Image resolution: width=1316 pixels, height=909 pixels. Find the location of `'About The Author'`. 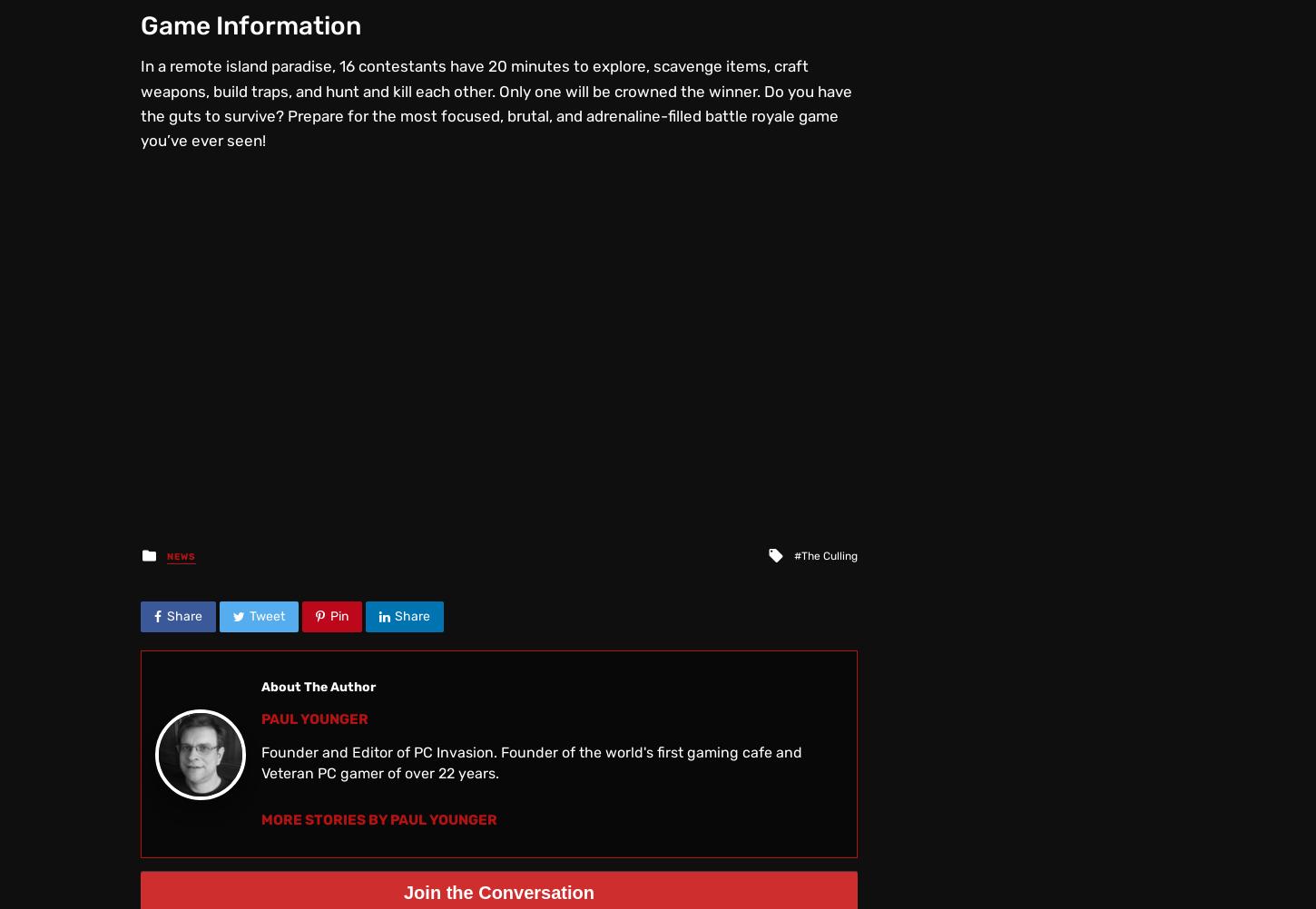

'About The Author' is located at coordinates (319, 685).